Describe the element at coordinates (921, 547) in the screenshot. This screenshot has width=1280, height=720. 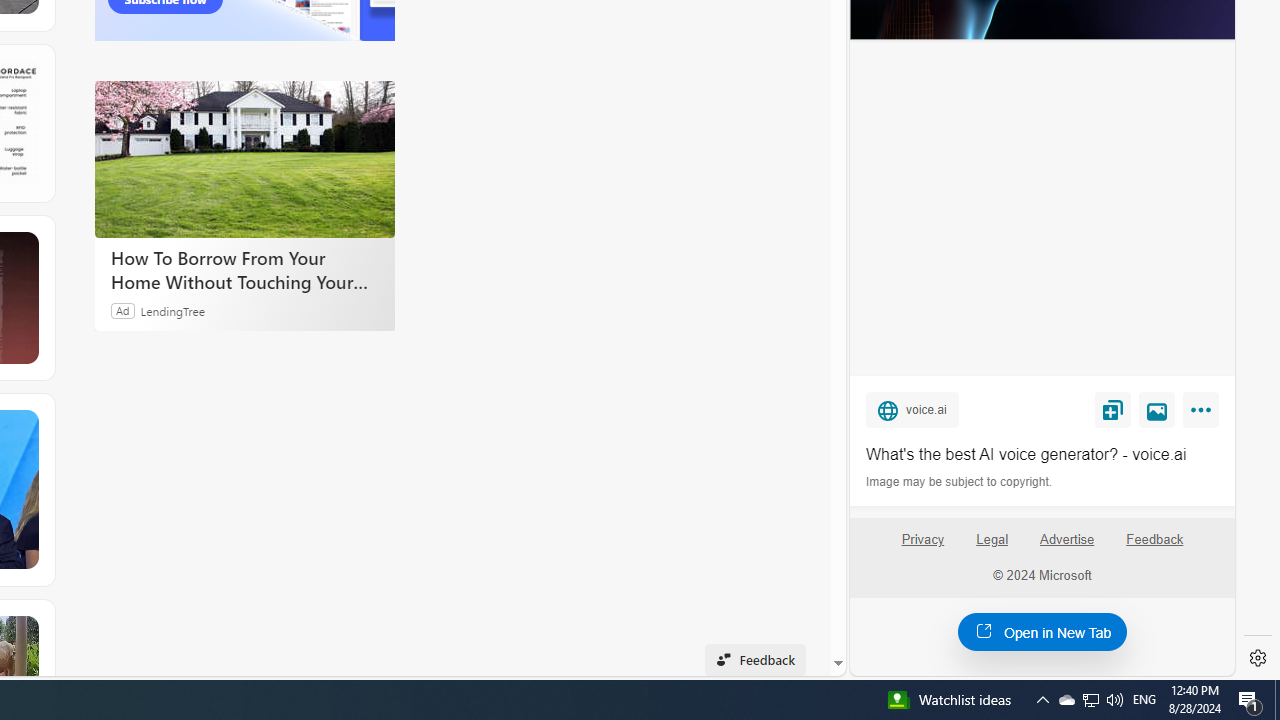
I see `'Privacy'` at that location.